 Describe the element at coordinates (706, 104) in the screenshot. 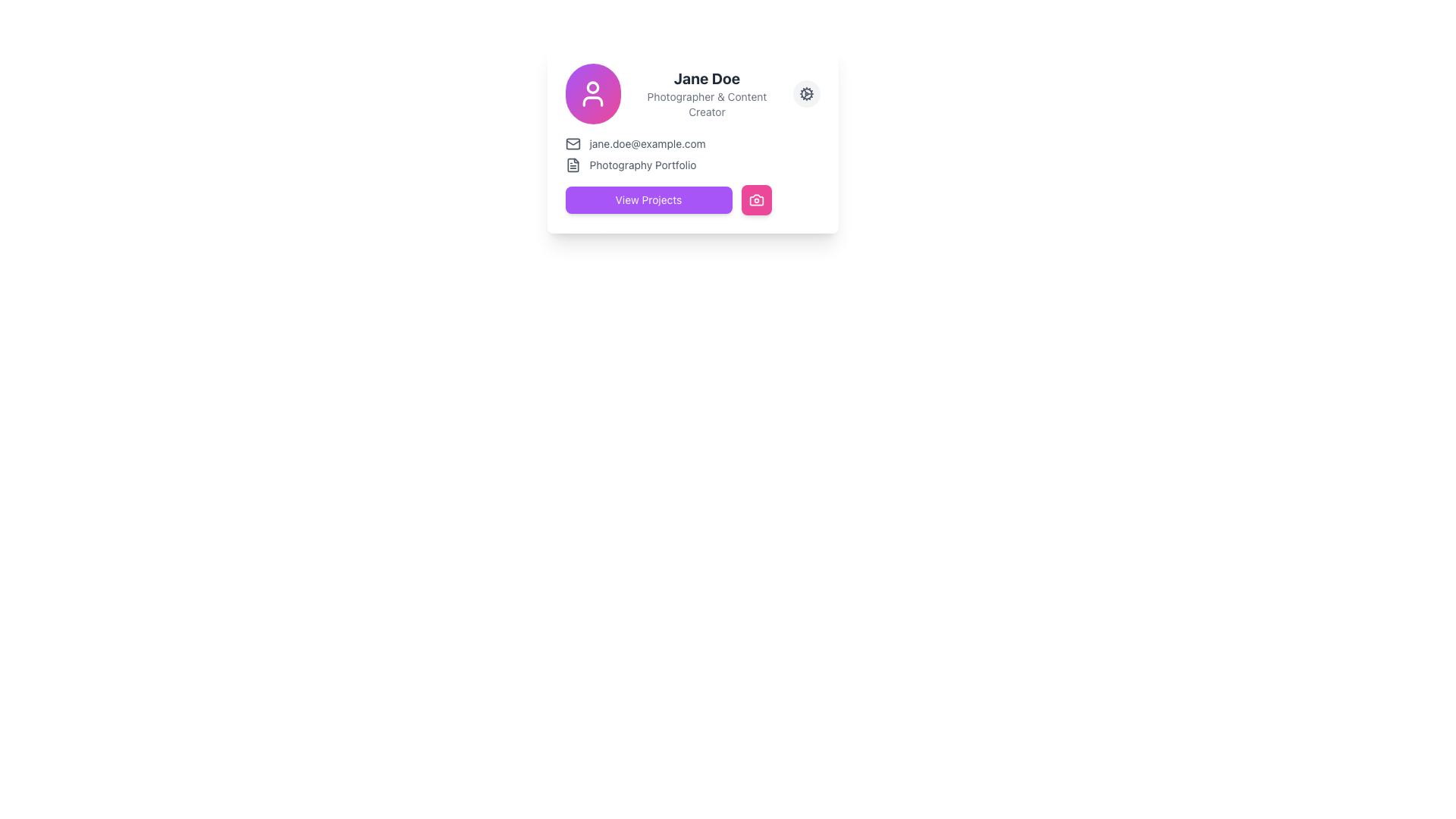

I see `the Text label that provides supplementary information about the individual, specifically their role or profession, located below the name 'Jane Doe'` at that location.